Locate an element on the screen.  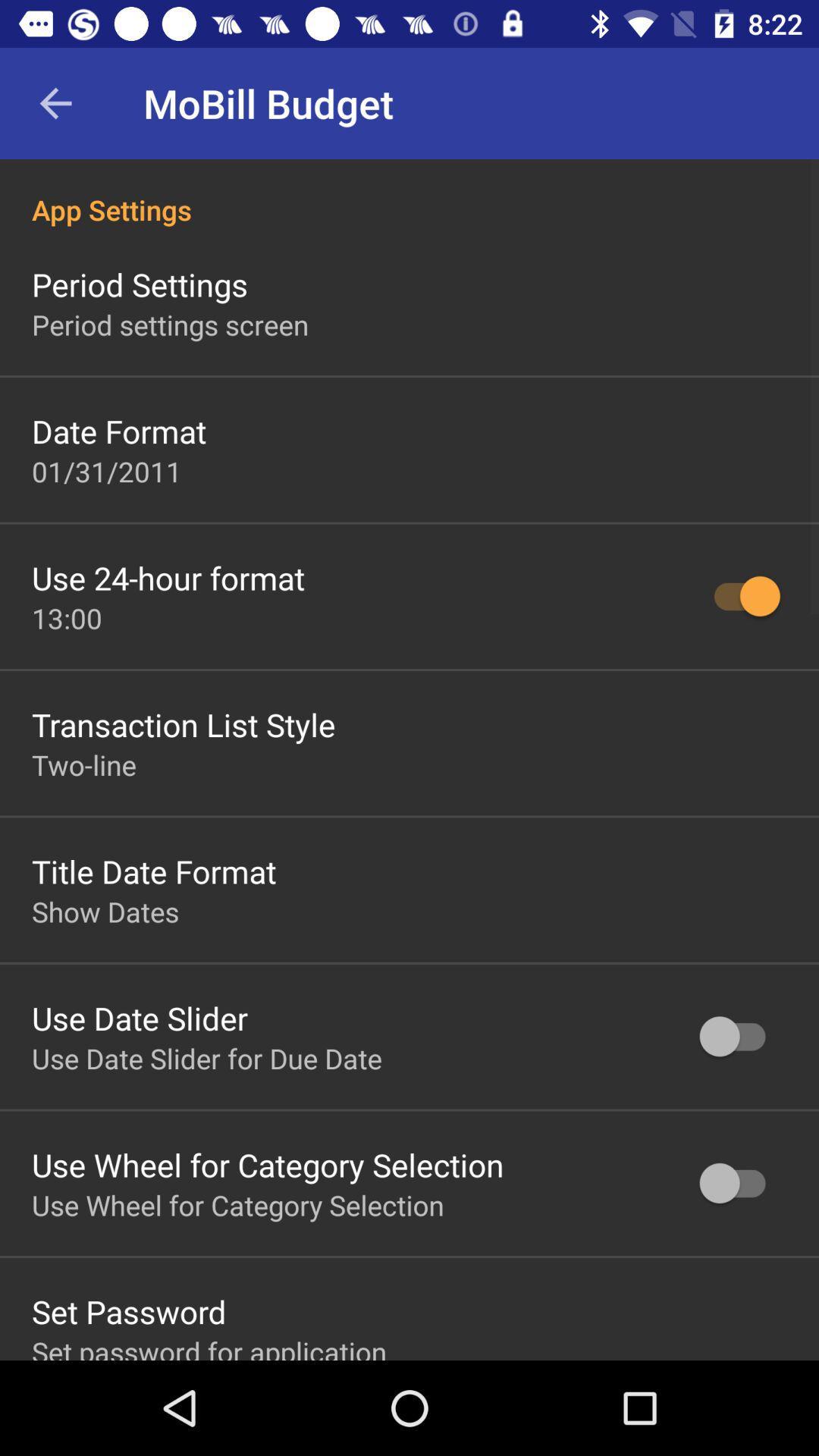
the previous screen is located at coordinates (55, 102).